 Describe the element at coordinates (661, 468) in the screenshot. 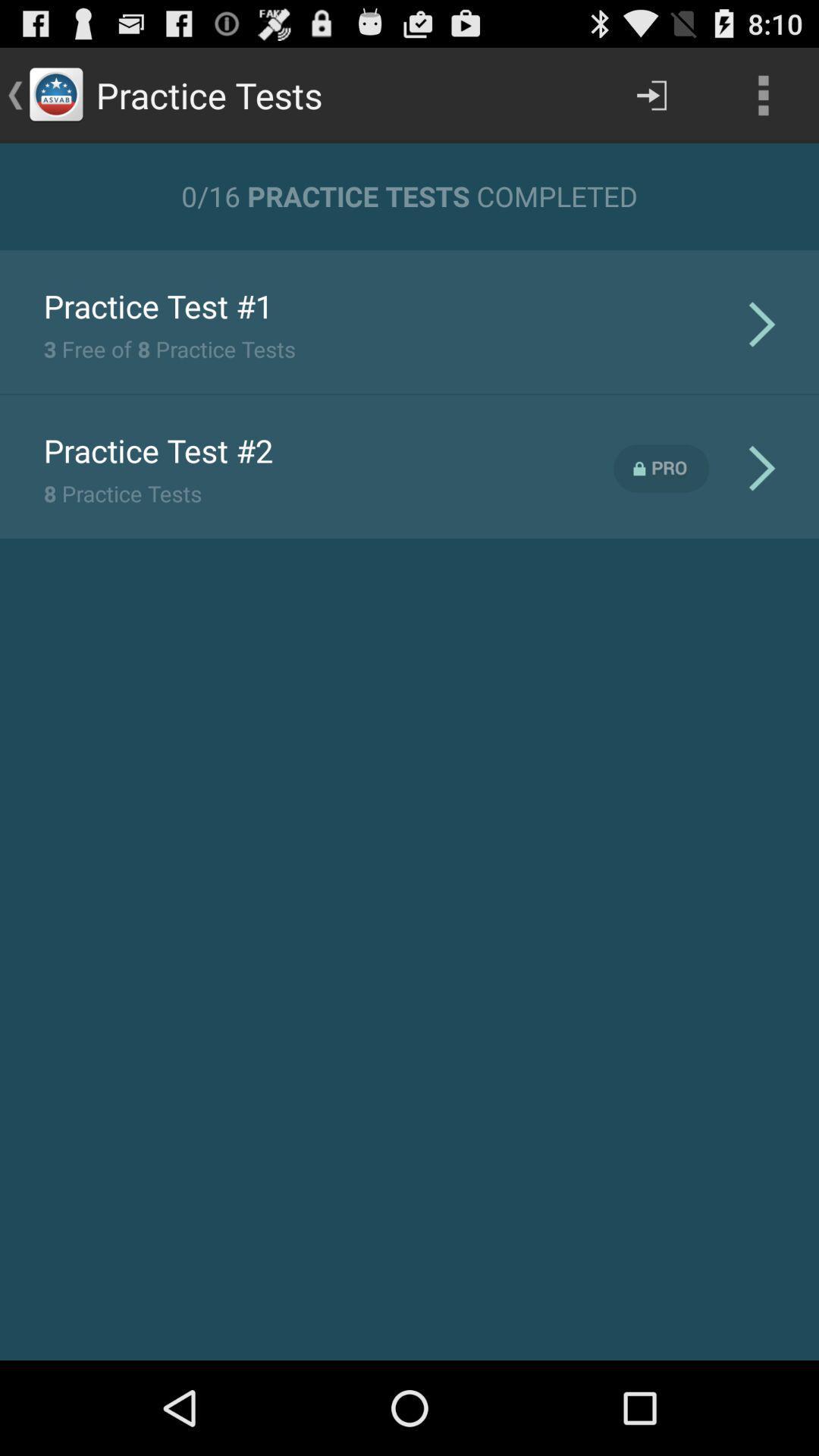

I see `app to the right of the practice test #2 icon` at that location.